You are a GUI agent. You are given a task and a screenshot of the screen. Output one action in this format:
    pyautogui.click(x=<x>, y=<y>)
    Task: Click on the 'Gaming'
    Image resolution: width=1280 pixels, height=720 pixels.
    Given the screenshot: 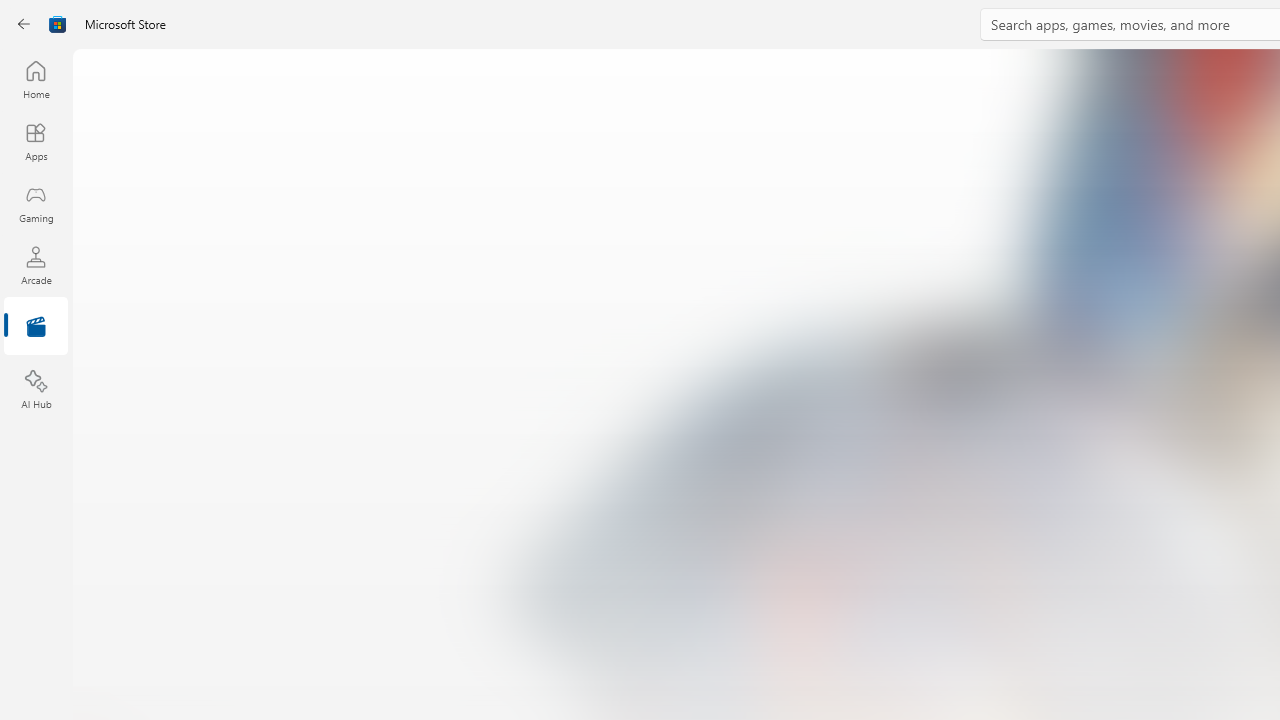 What is the action you would take?
    pyautogui.click(x=35, y=203)
    